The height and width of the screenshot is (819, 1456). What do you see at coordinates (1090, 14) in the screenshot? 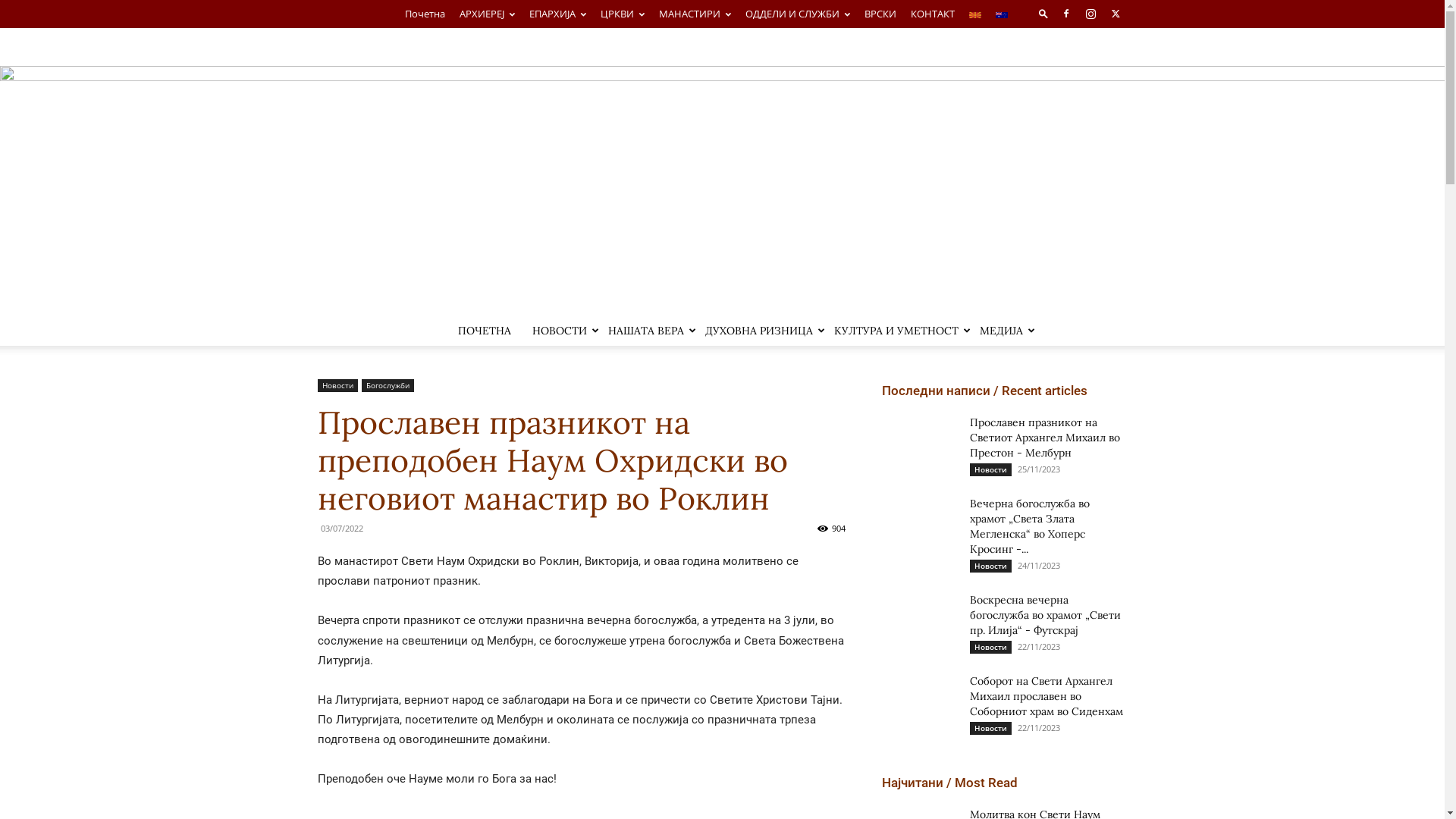
I see `'Instagram'` at bounding box center [1090, 14].